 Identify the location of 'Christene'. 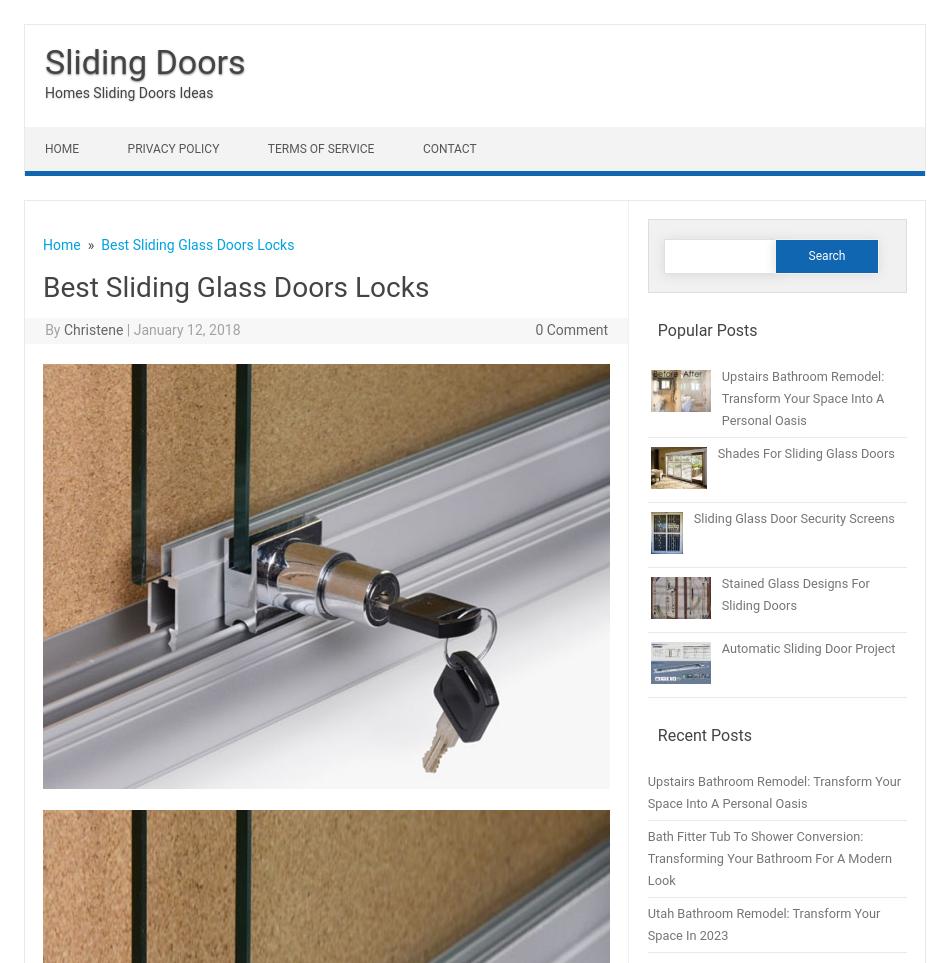
(93, 330).